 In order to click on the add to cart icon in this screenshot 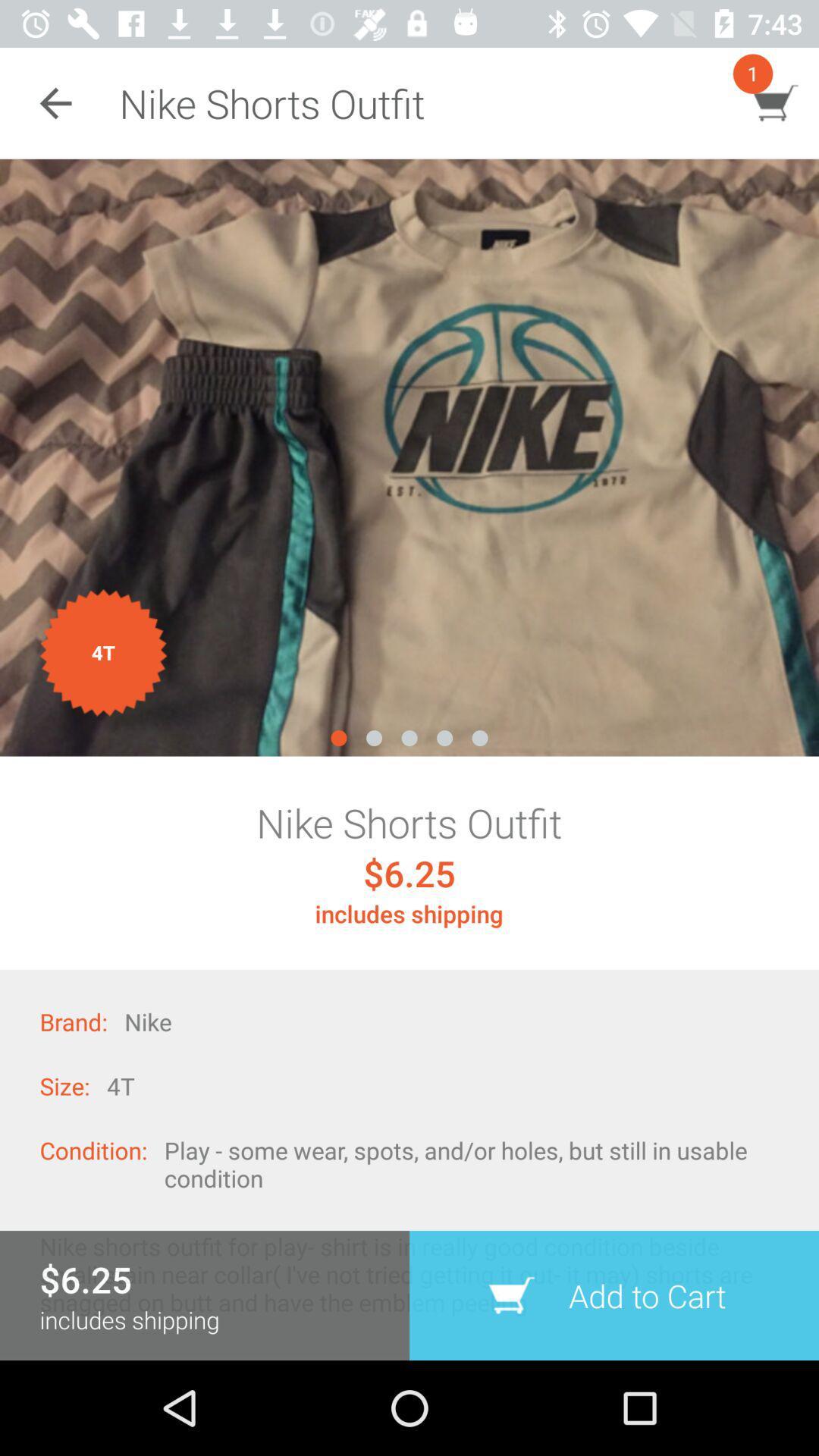, I will do `click(614, 1294)`.